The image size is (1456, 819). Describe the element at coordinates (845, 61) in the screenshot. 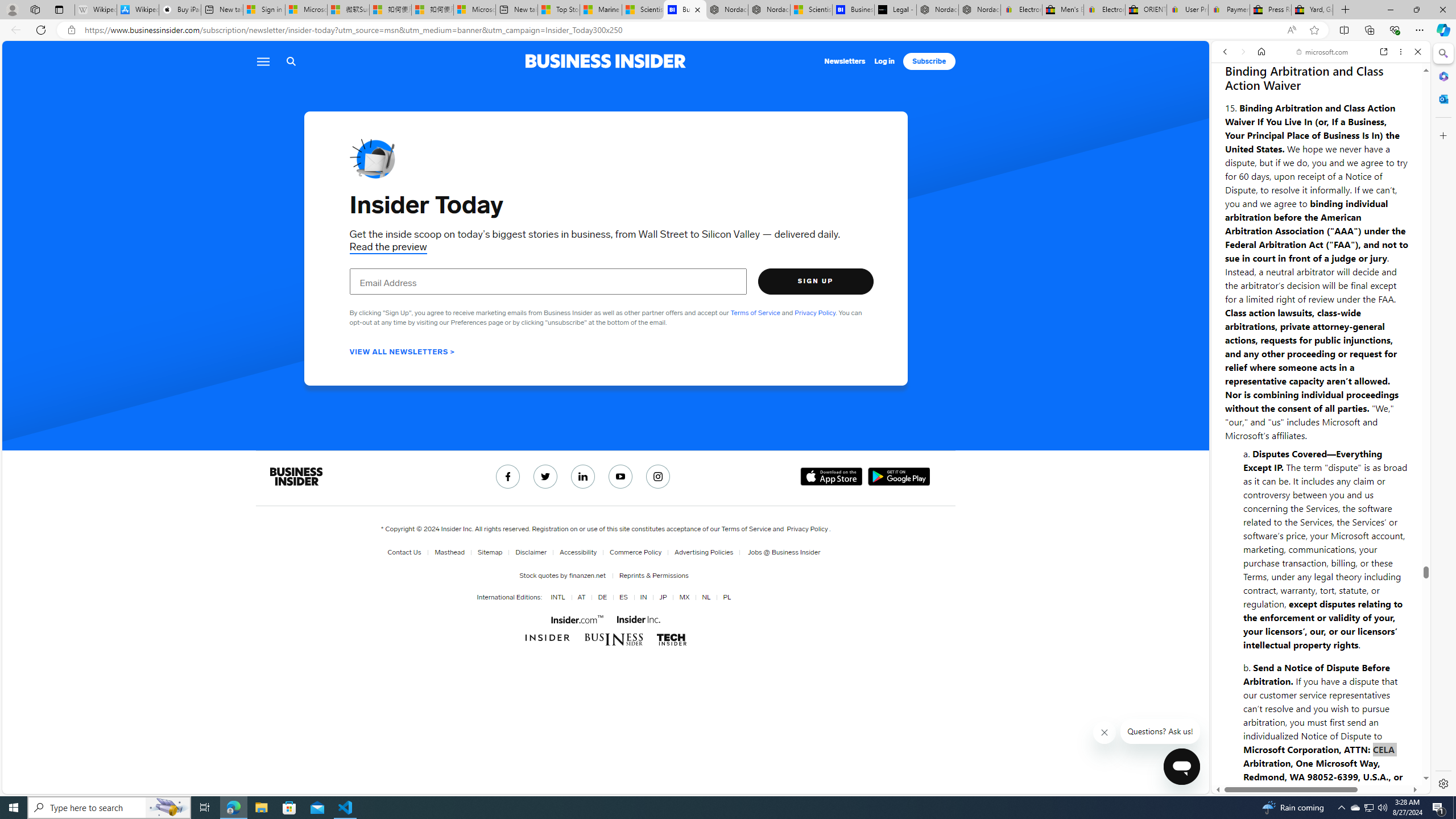

I see `'Newsletters'` at that location.